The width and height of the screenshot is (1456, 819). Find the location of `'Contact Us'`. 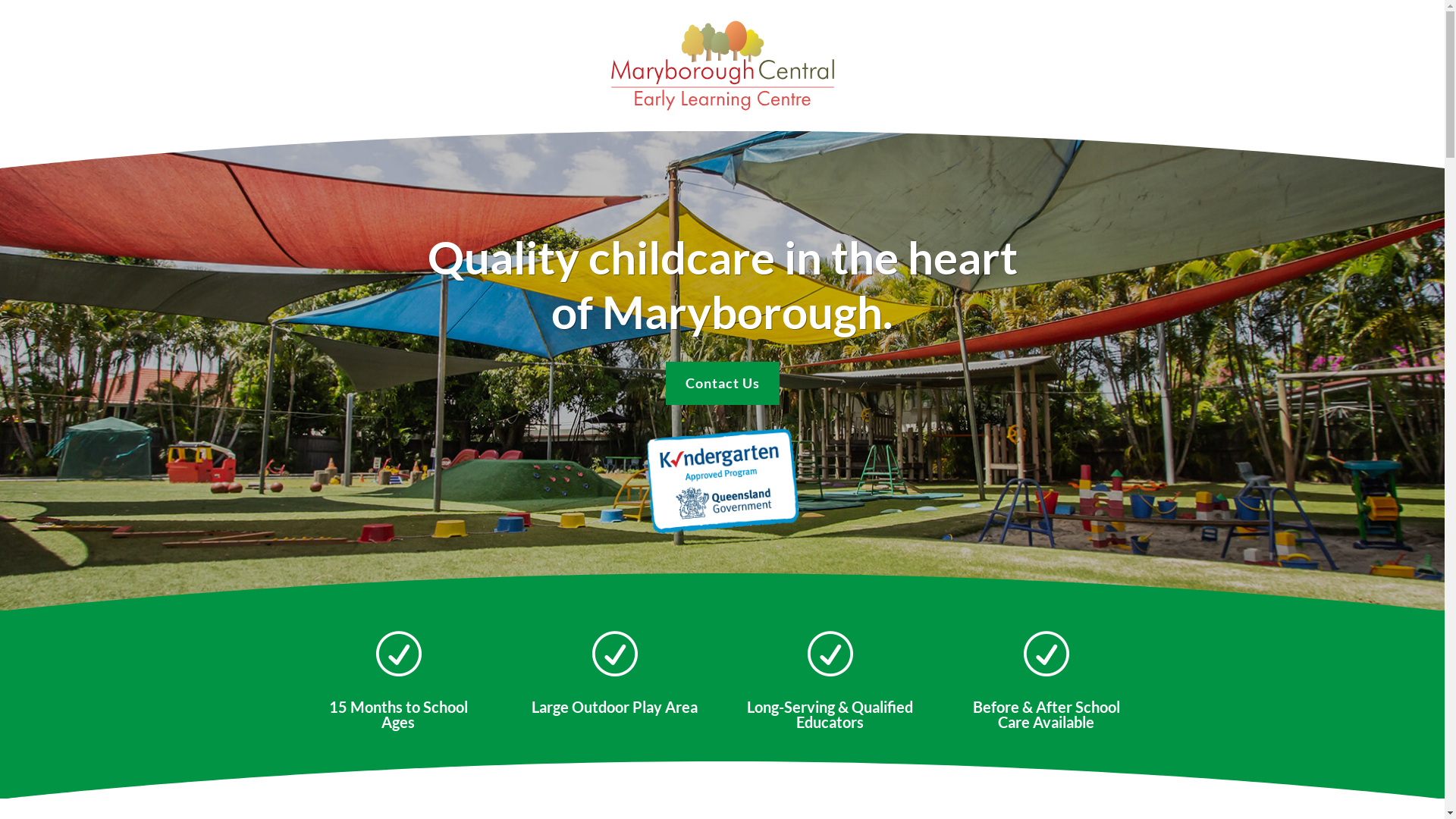

'Contact Us' is located at coordinates (722, 382).